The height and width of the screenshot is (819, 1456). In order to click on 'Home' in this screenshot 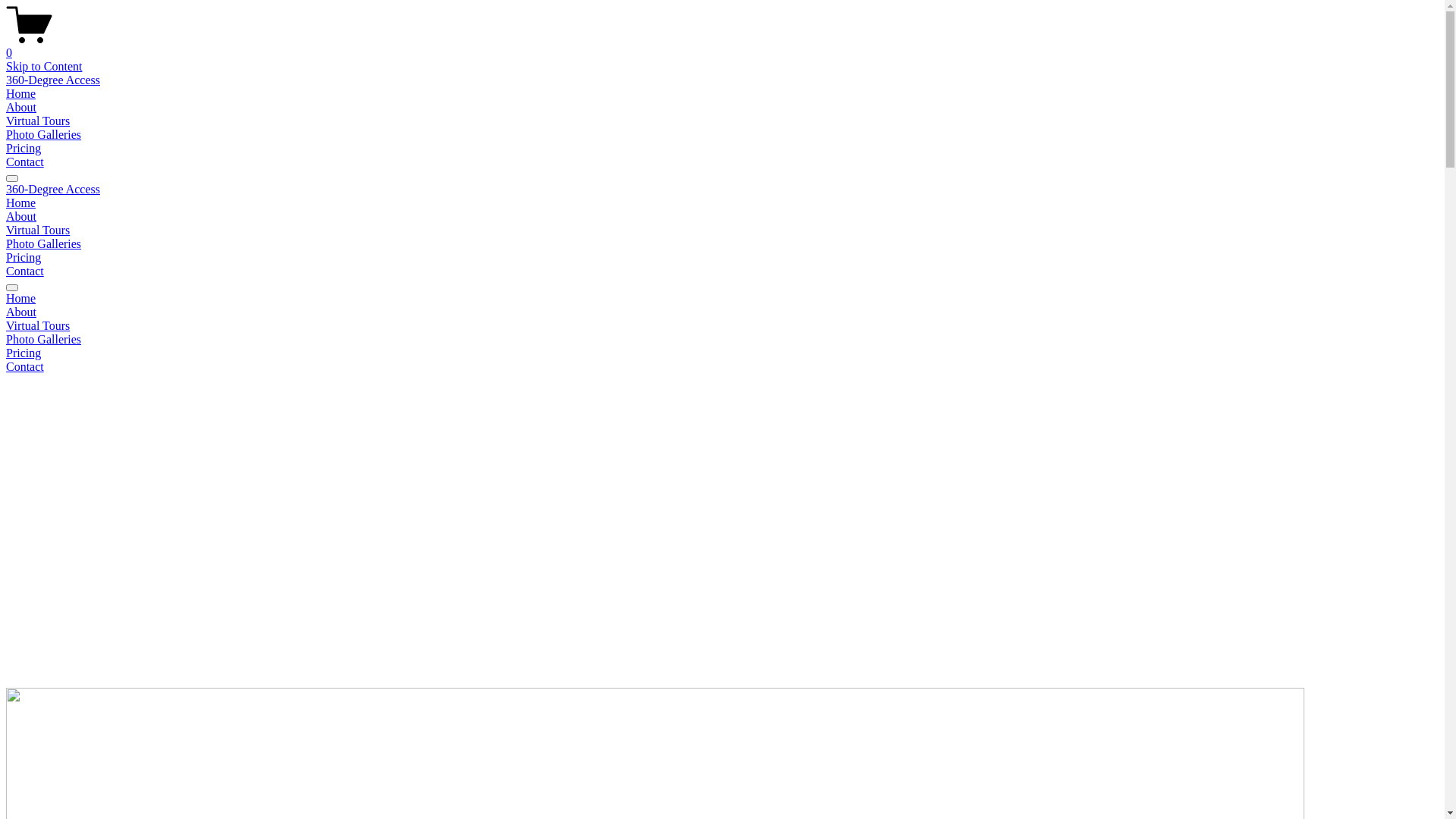, I will do `click(721, 298)`.